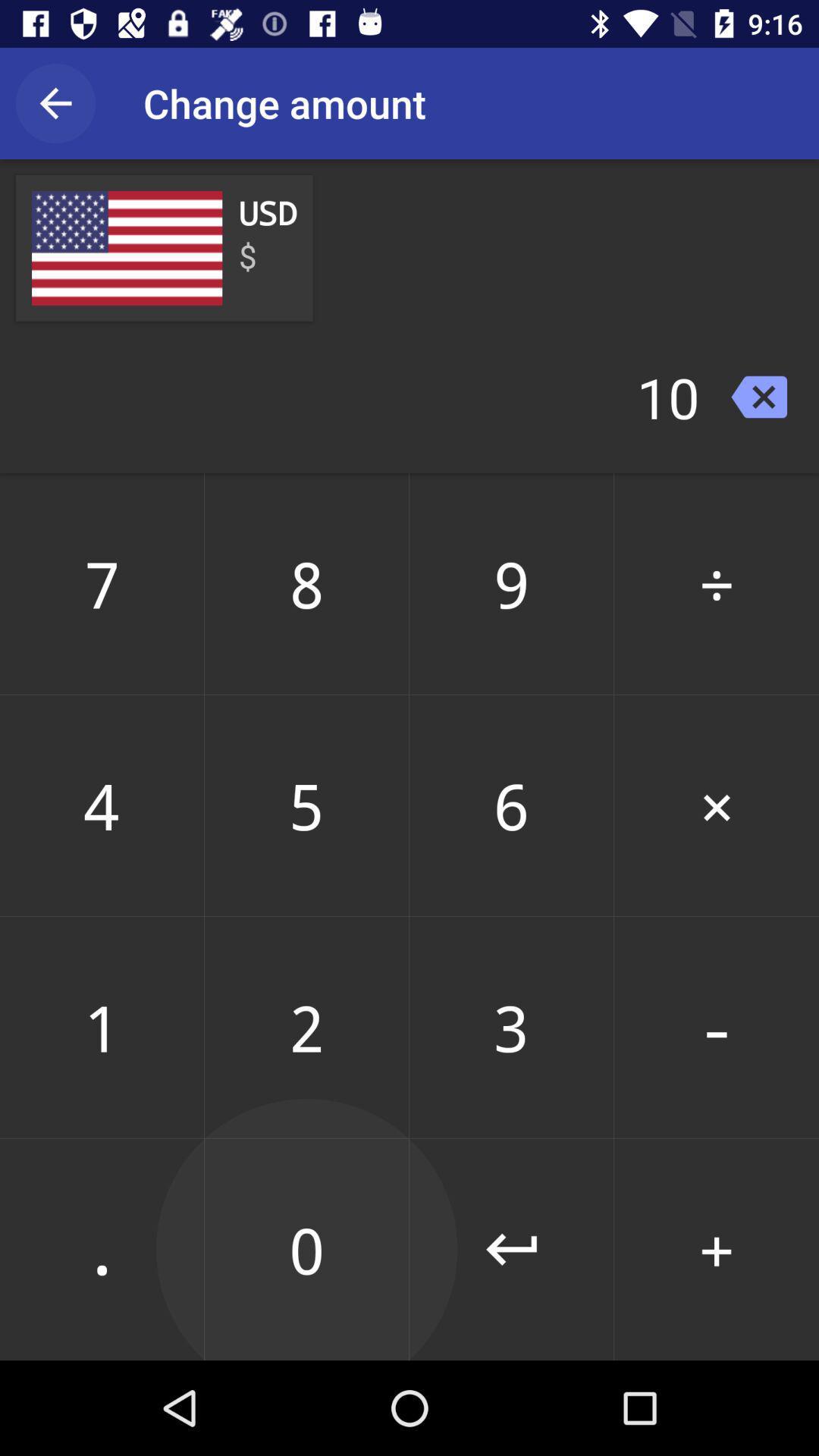 The width and height of the screenshot is (819, 1456). Describe the element at coordinates (759, 397) in the screenshot. I see `the icon to the right of 10 item` at that location.